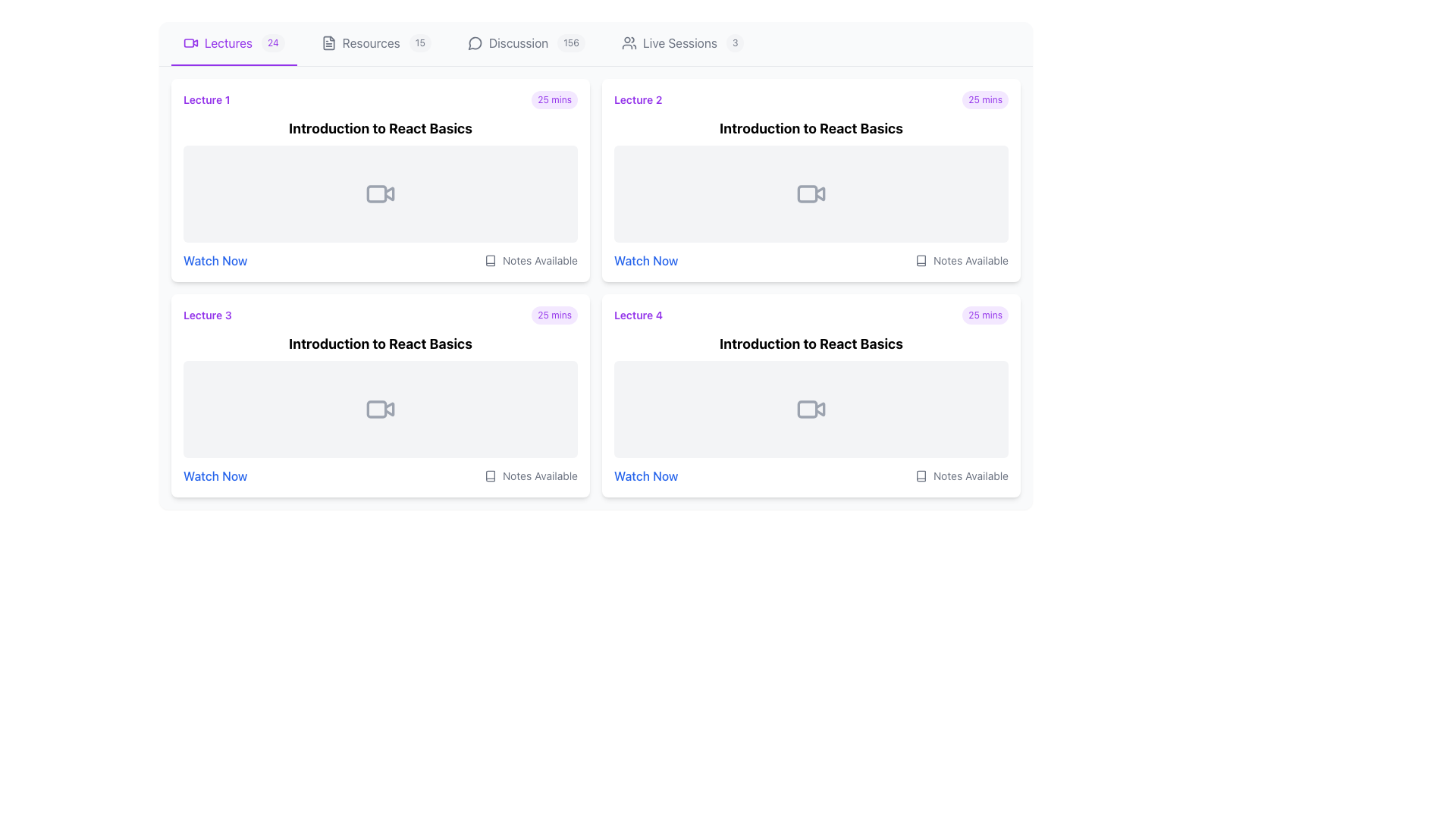 The image size is (1456, 819). What do you see at coordinates (920, 259) in the screenshot?
I see `the visual state of the notes icon located in the 'Lecture 2' section, positioned near the 'Notes Available' label, to gather information about the availability of additional materials` at bounding box center [920, 259].